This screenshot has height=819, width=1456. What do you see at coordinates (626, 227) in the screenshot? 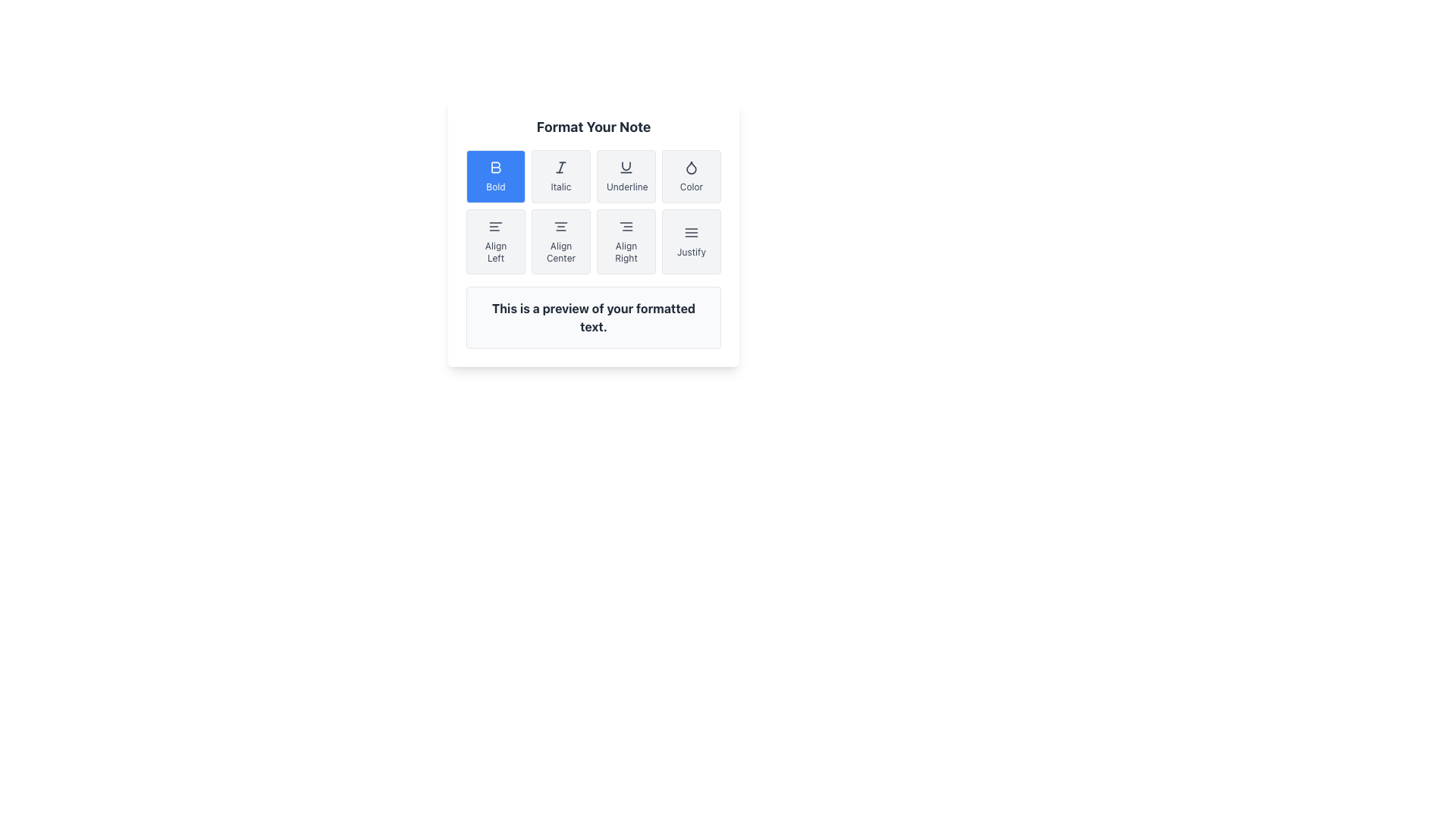
I see `the compact right alignment icon, which consists of three horizontal lines of varying lengths` at bounding box center [626, 227].